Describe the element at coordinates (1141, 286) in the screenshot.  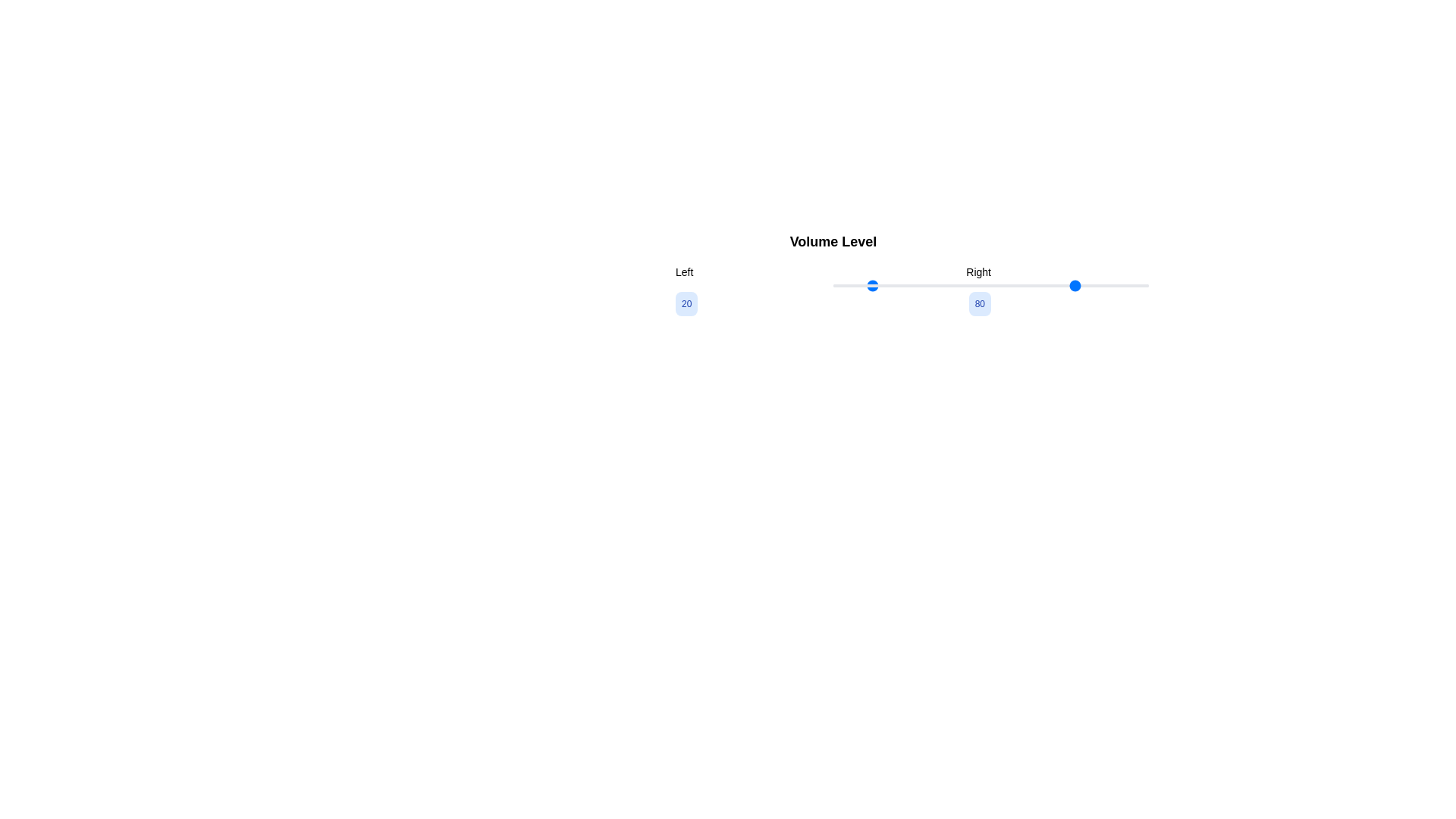
I see `the slider value` at that location.